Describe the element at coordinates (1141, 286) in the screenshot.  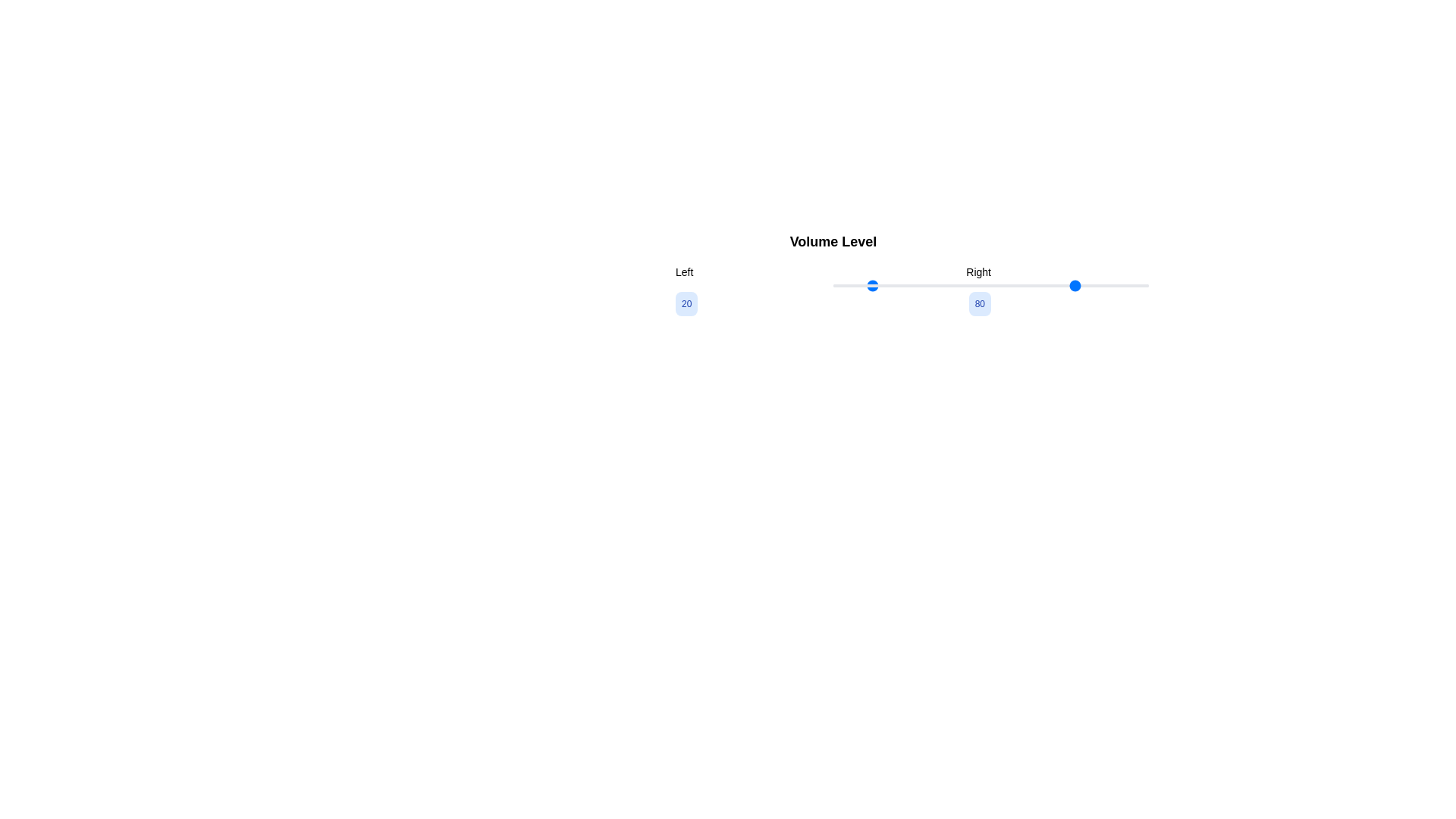
I see `the slider value` at that location.